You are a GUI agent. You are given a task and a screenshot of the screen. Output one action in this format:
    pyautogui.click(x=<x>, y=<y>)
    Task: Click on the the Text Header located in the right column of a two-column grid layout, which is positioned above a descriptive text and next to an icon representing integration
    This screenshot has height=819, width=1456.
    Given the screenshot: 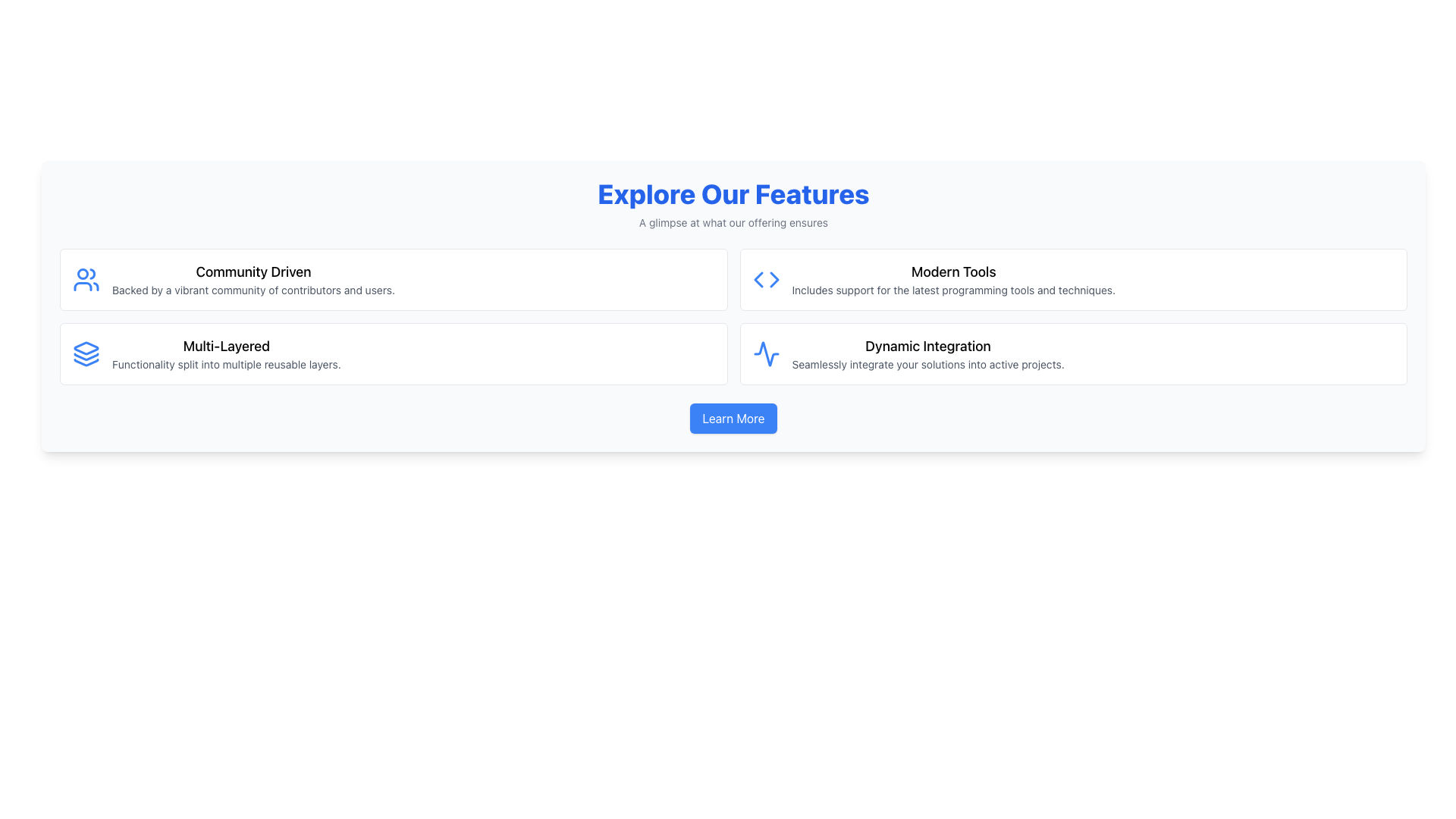 What is the action you would take?
    pyautogui.click(x=927, y=346)
    